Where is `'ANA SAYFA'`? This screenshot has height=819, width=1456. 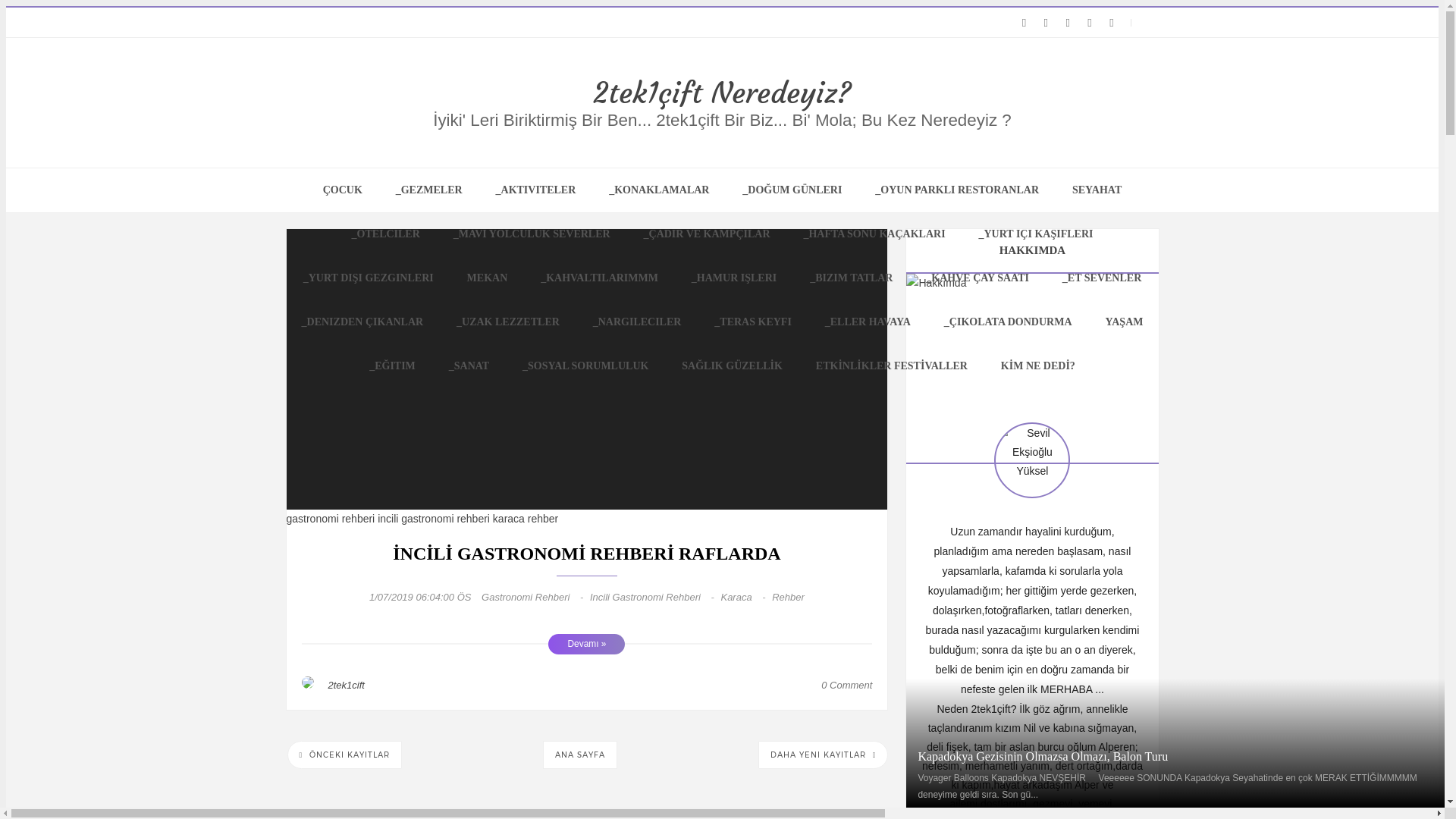
'ANA SAYFA' is located at coordinates (579, 755).